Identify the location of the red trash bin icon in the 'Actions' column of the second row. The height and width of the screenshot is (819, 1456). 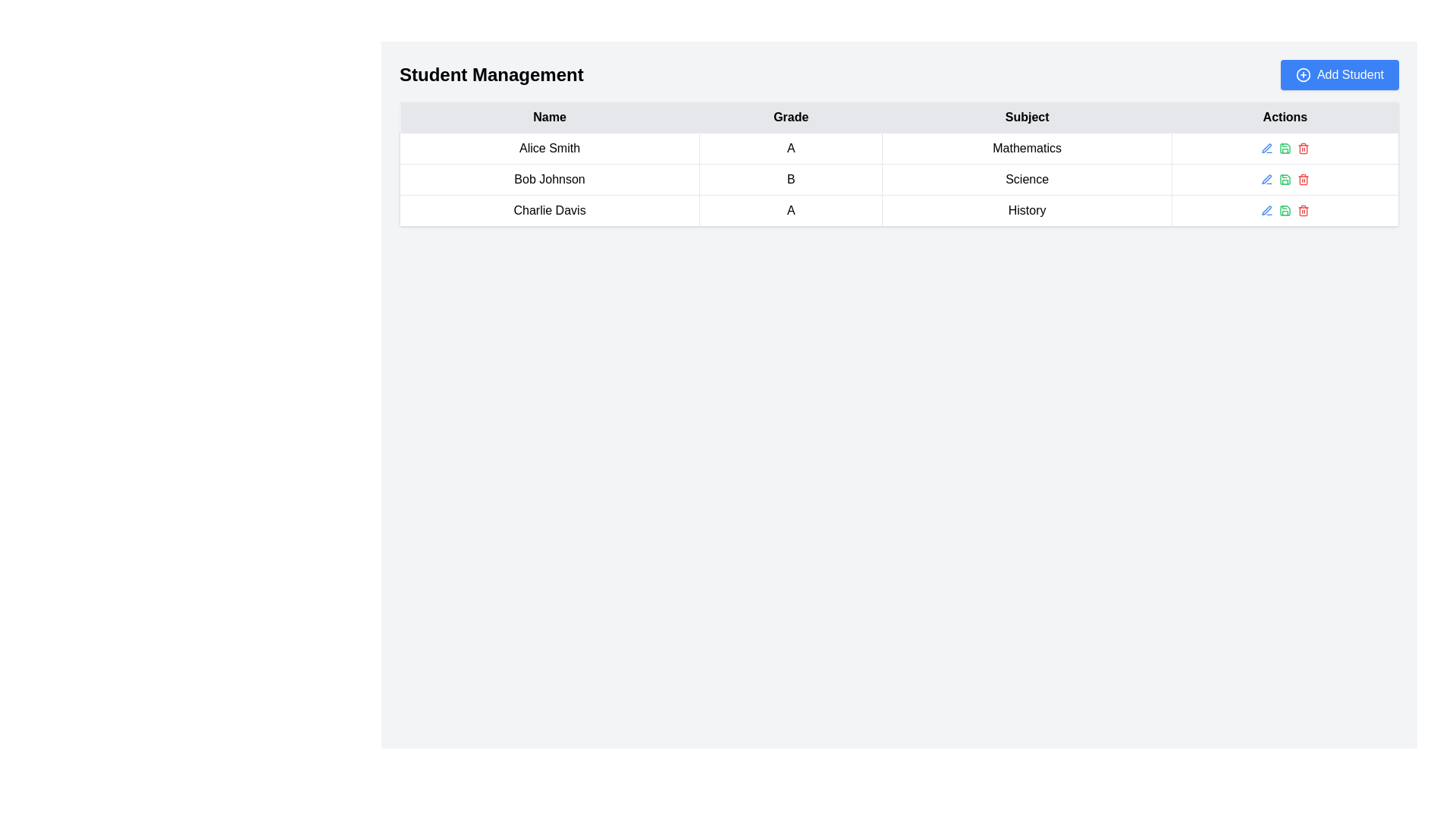
(1302, 178).